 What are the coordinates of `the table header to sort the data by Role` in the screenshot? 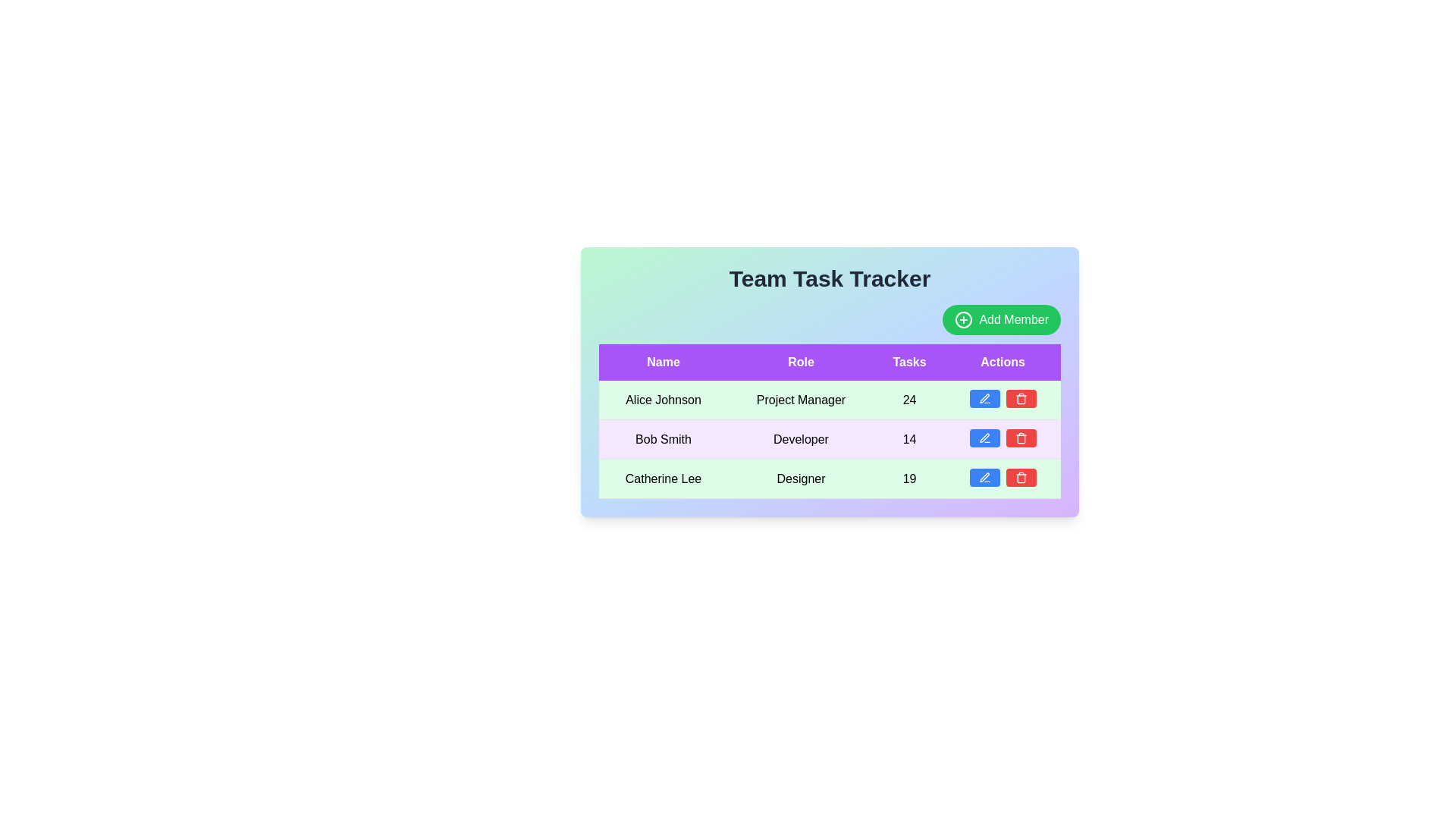 It's located at (800, 362).